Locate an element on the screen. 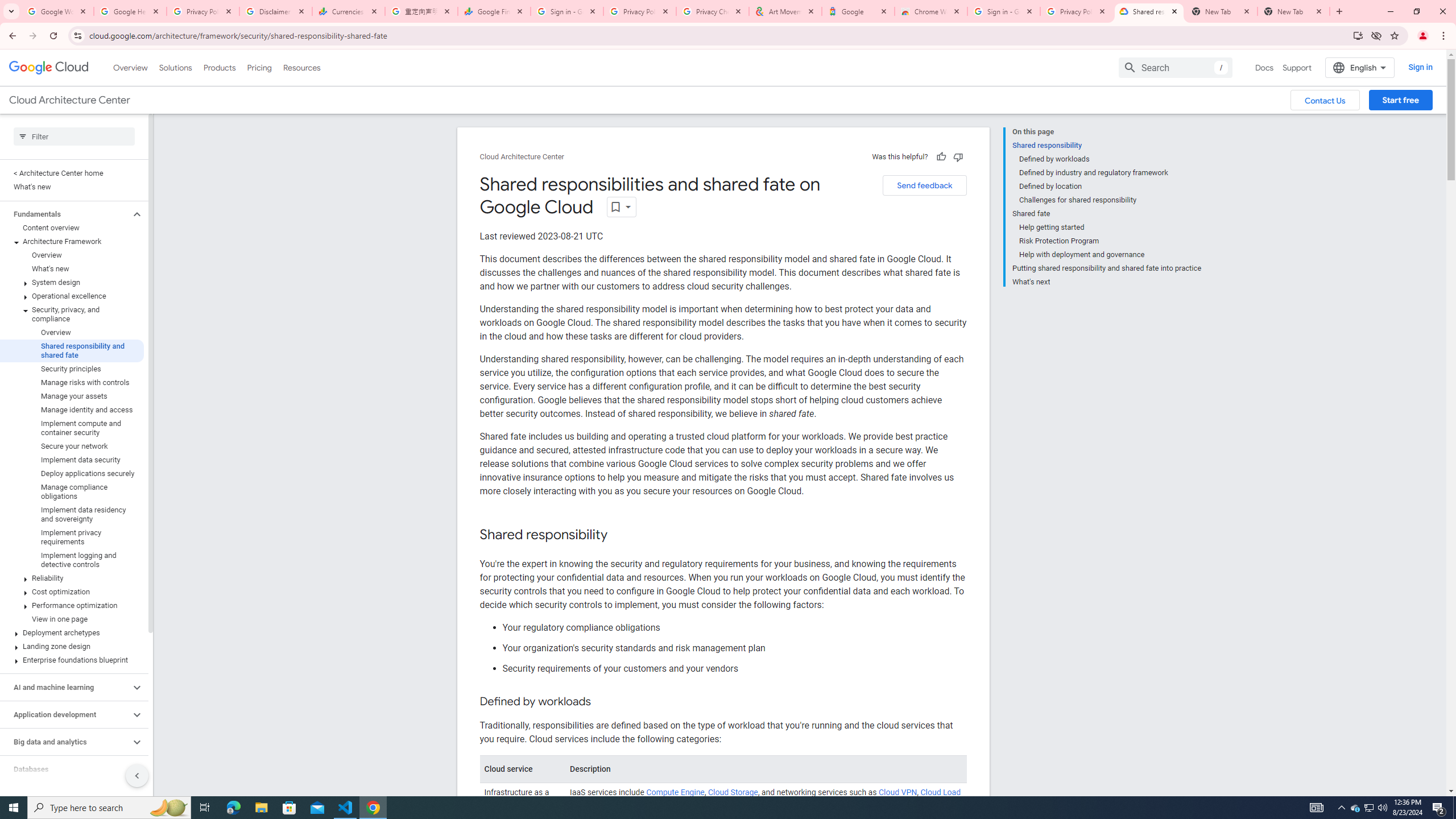  'Chrome Web Store - Color themes by Chrome' is located at coordinates (930, 11).